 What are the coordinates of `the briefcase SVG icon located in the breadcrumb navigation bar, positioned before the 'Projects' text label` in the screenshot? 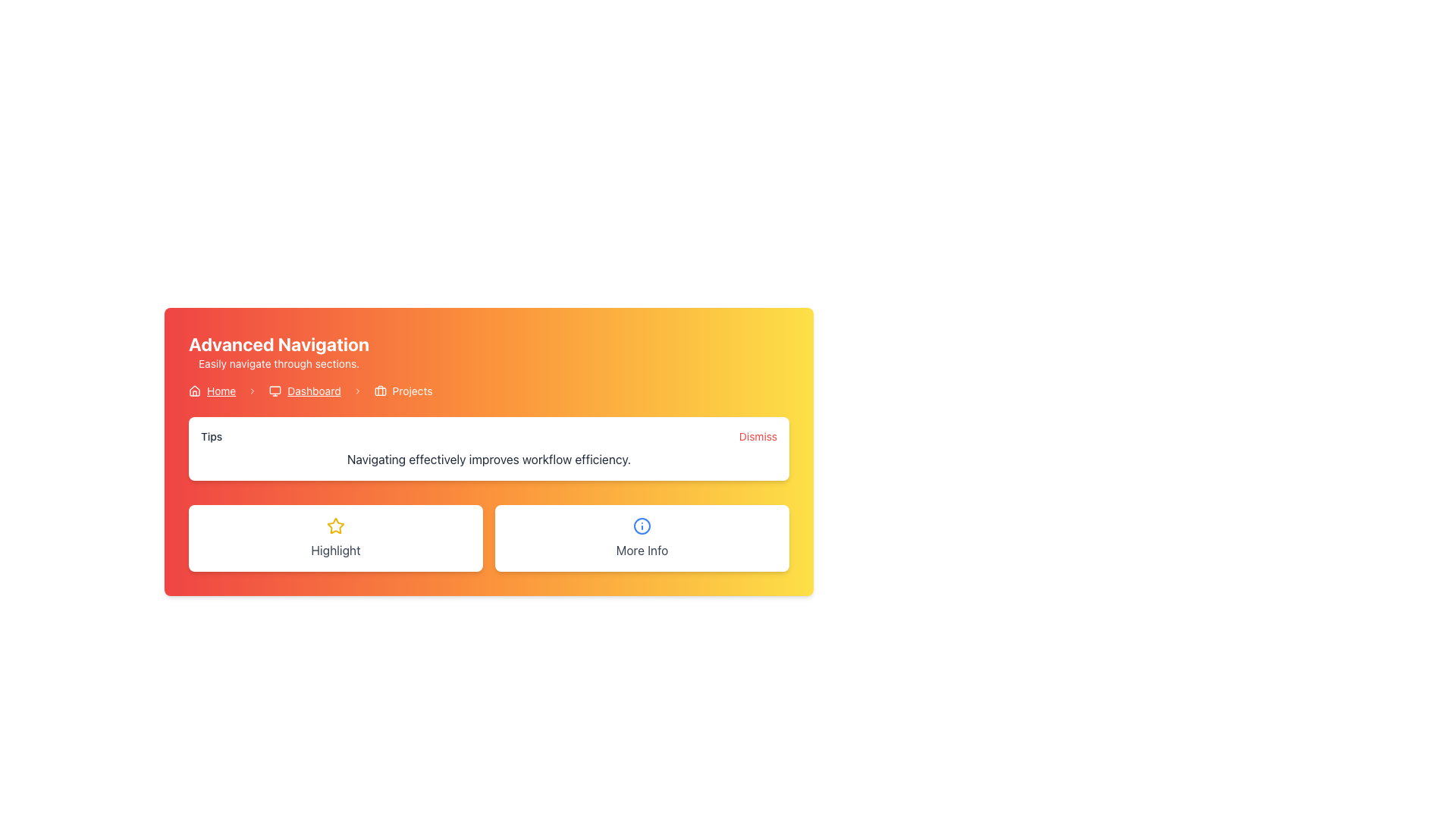 It's located at (380, 391).